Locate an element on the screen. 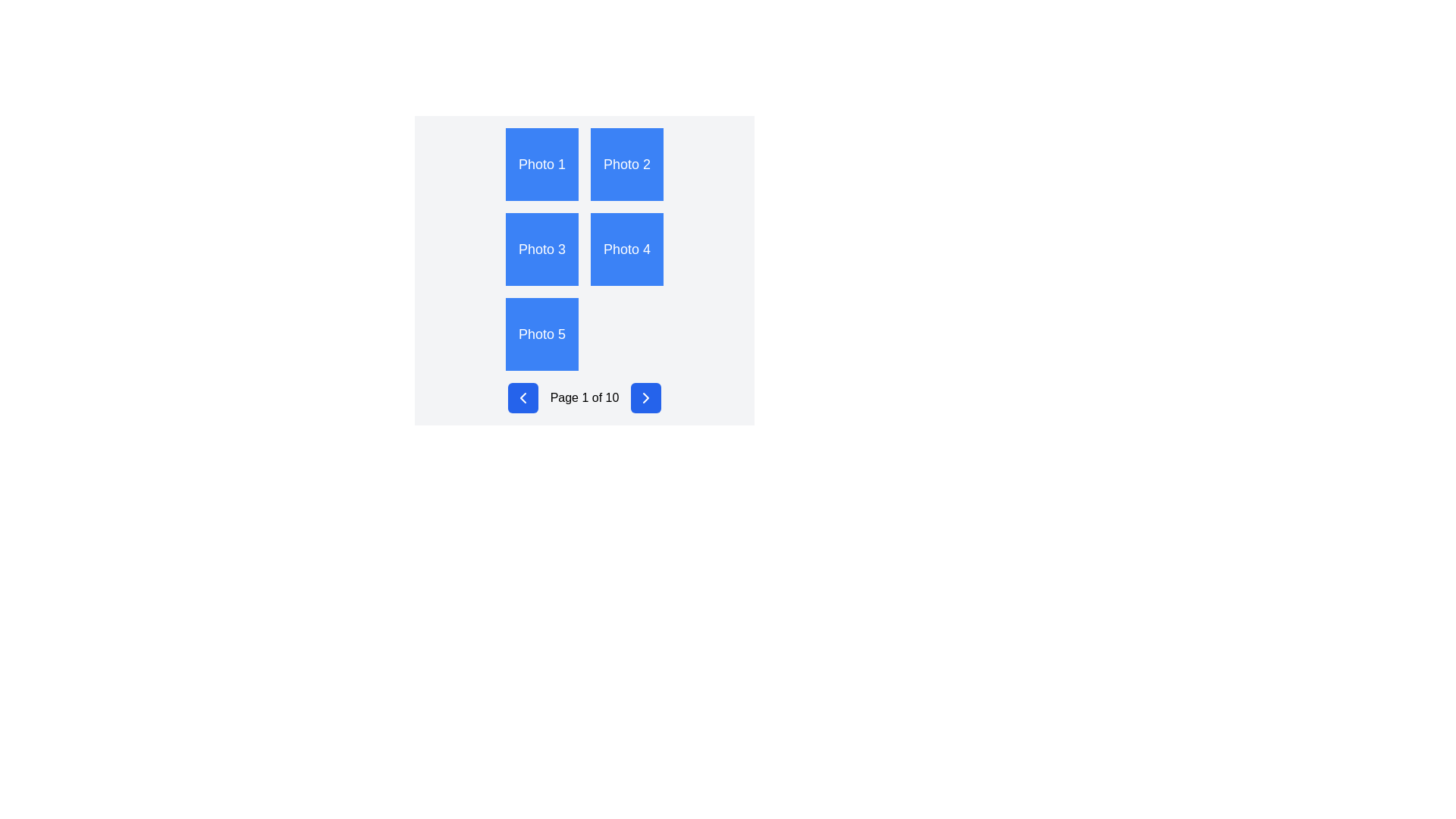 Image resolution: width=1456 pixels, height=819 pixels. the text display that indicates the current page number and total number of pages, located at the lower portion of the interface between a grid of photos and navigational buttons is located at coordinates (584, 397).